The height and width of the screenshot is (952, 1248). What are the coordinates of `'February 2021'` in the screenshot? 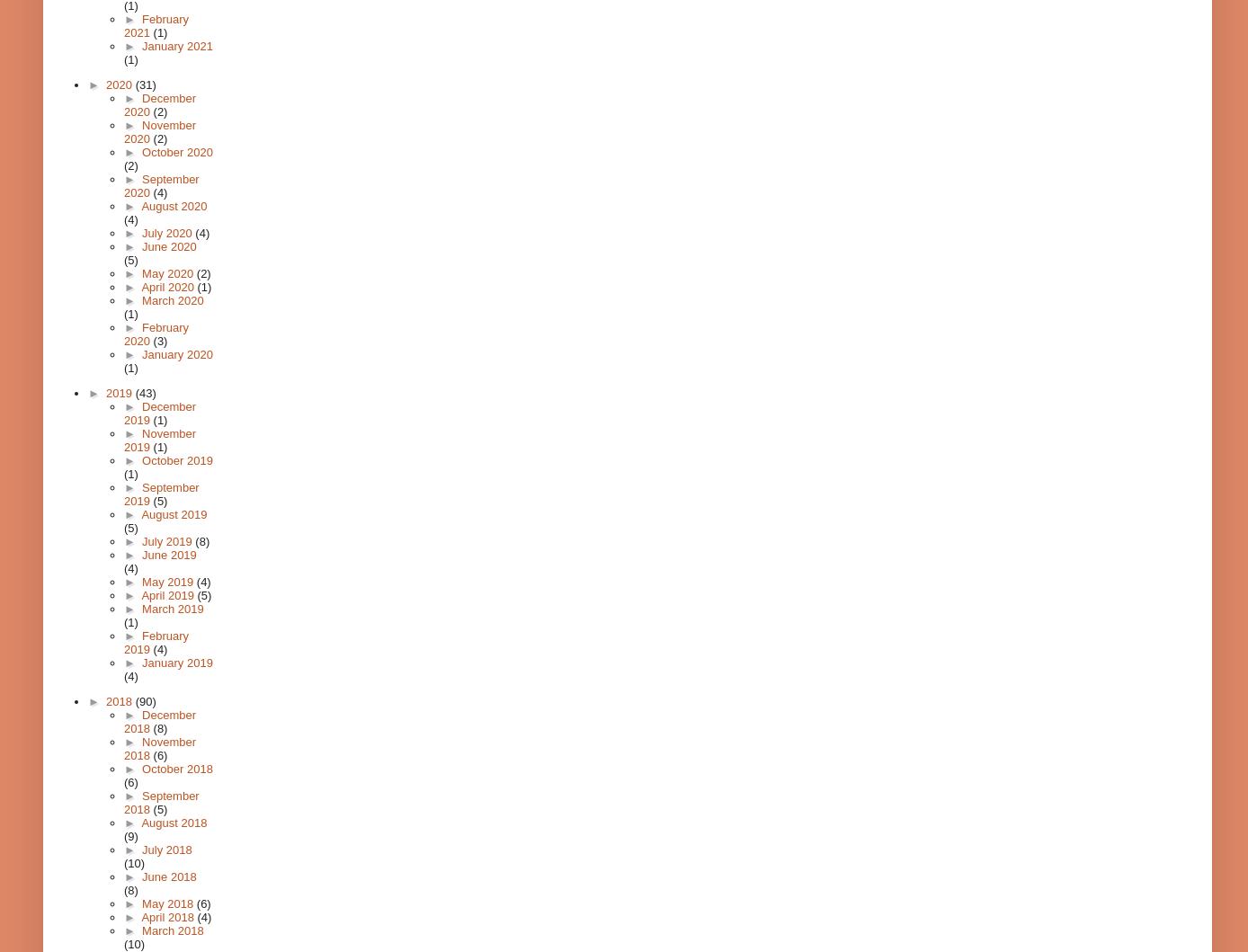 It's located at (156, 26).